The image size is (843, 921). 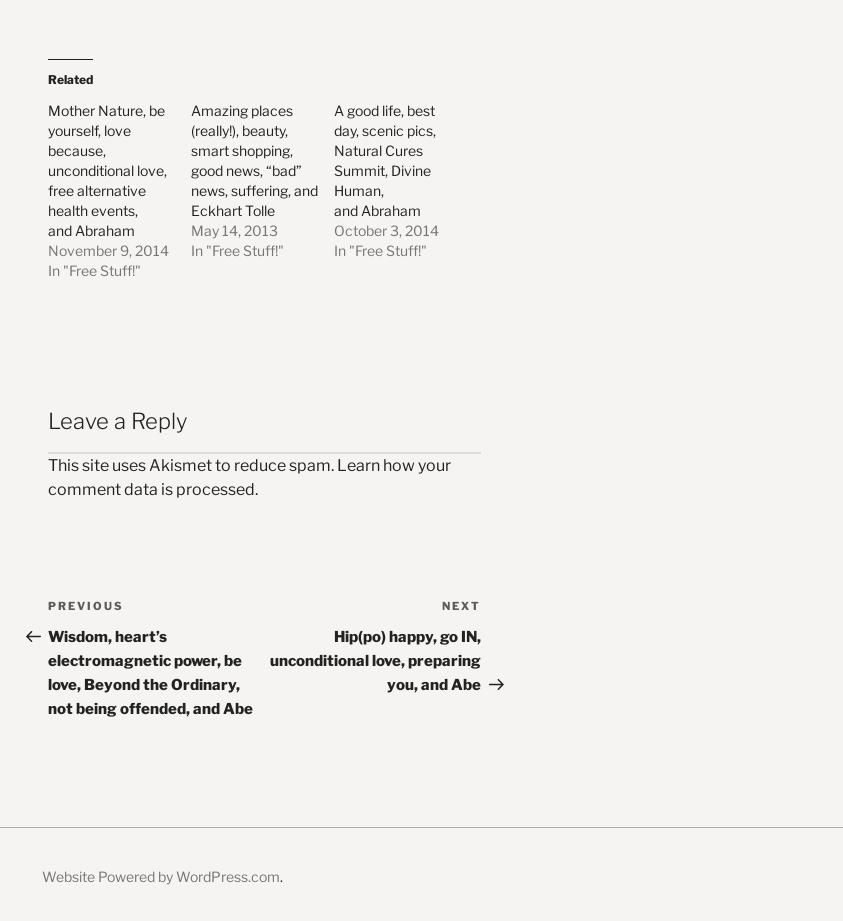 What do you see at coordinates (192, 463) in the screenshot?
I see `'This site uses Akismet to reduce spam.'` at bounding box center [192, 463].